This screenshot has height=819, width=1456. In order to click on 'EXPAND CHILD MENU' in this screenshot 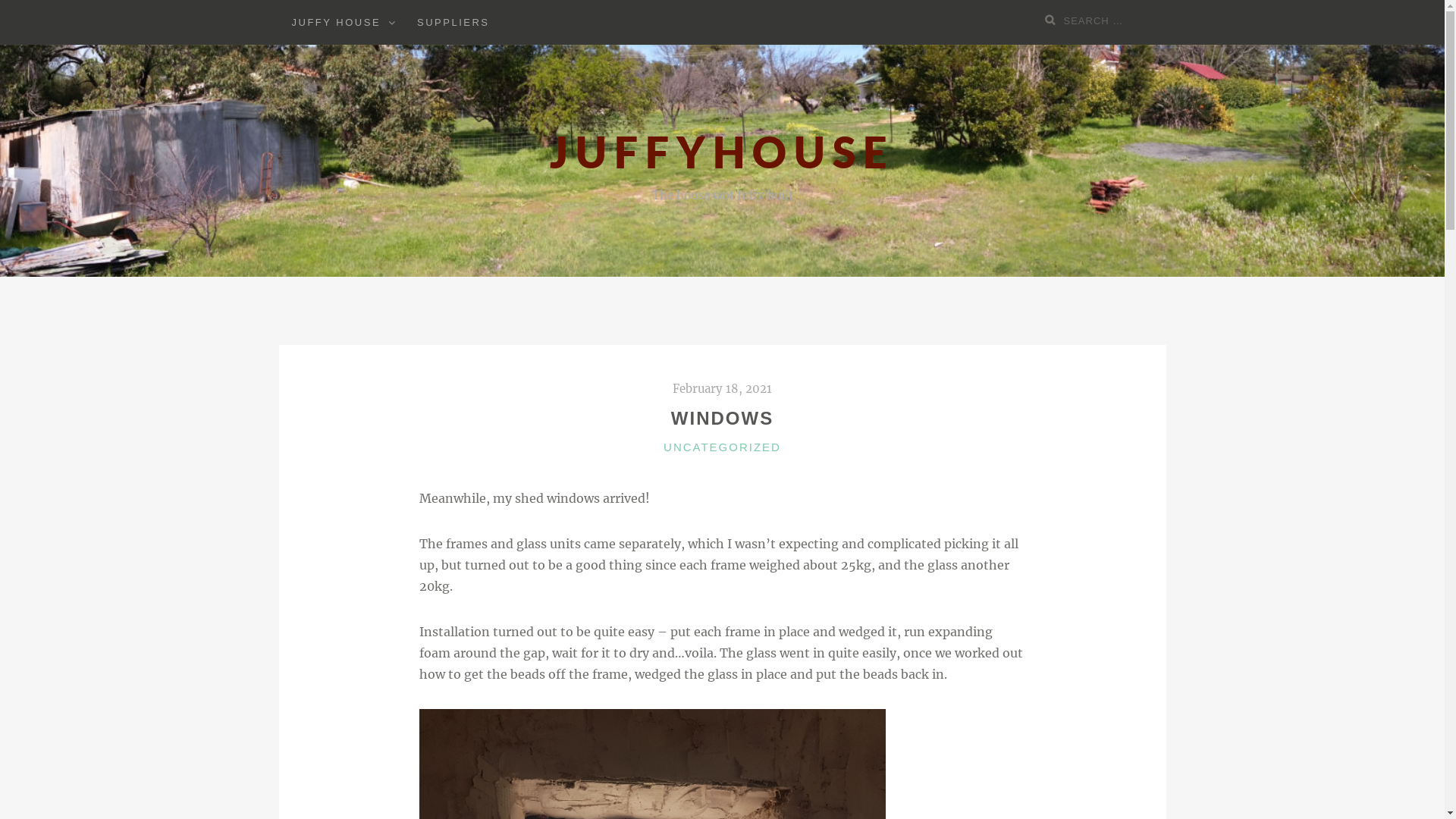, I will do `click(391, 21)`.